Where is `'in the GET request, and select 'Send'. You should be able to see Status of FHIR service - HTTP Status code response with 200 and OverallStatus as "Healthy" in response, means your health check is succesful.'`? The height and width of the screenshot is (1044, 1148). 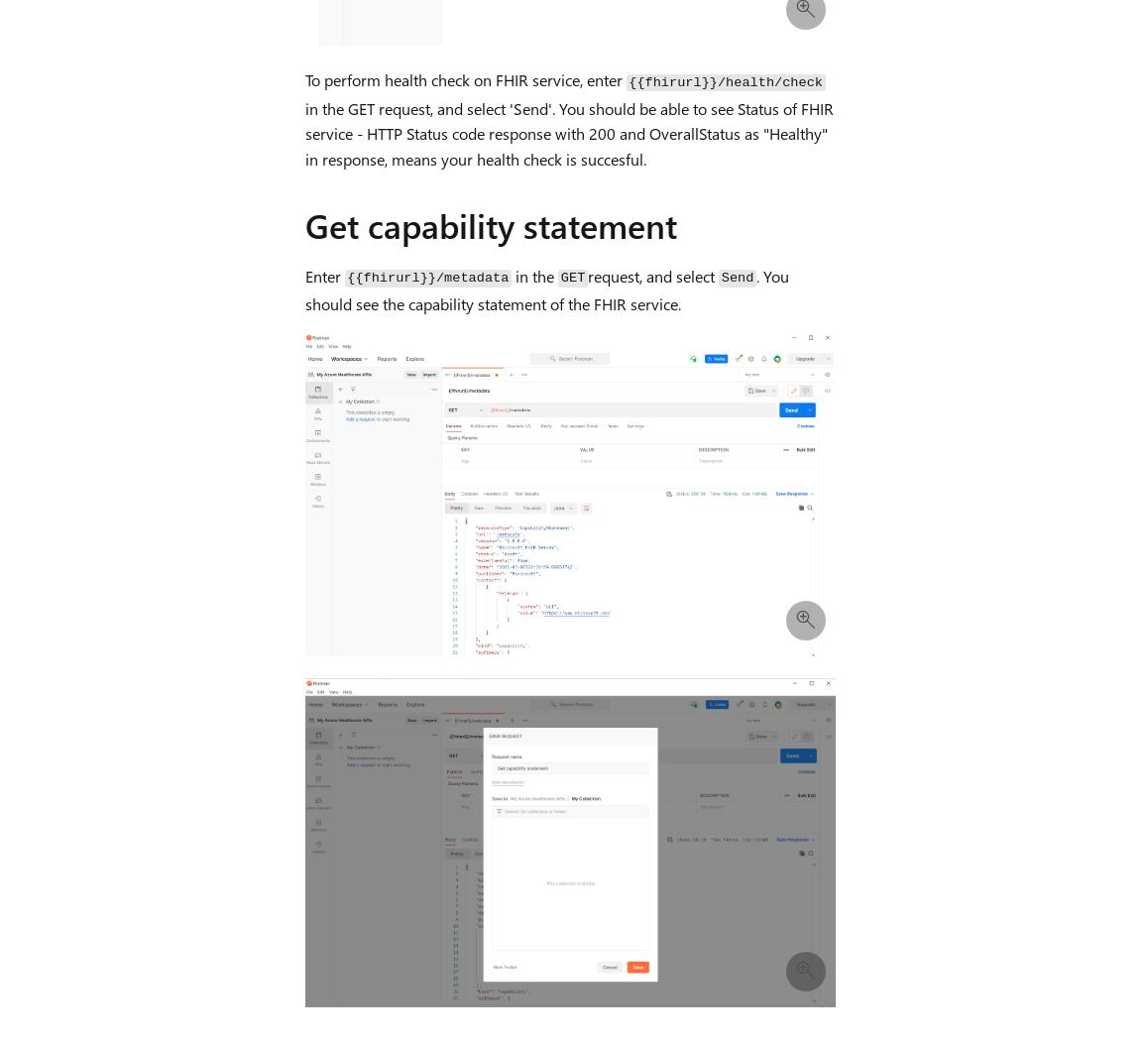 'in the GET request, and select 'Send'. You should be able to see Status of FHIR service - HTTP Status code response with 200 and OverallStatus as "Healthy" in response, means your health check is succesful.' is located at coordinates (568, 133).